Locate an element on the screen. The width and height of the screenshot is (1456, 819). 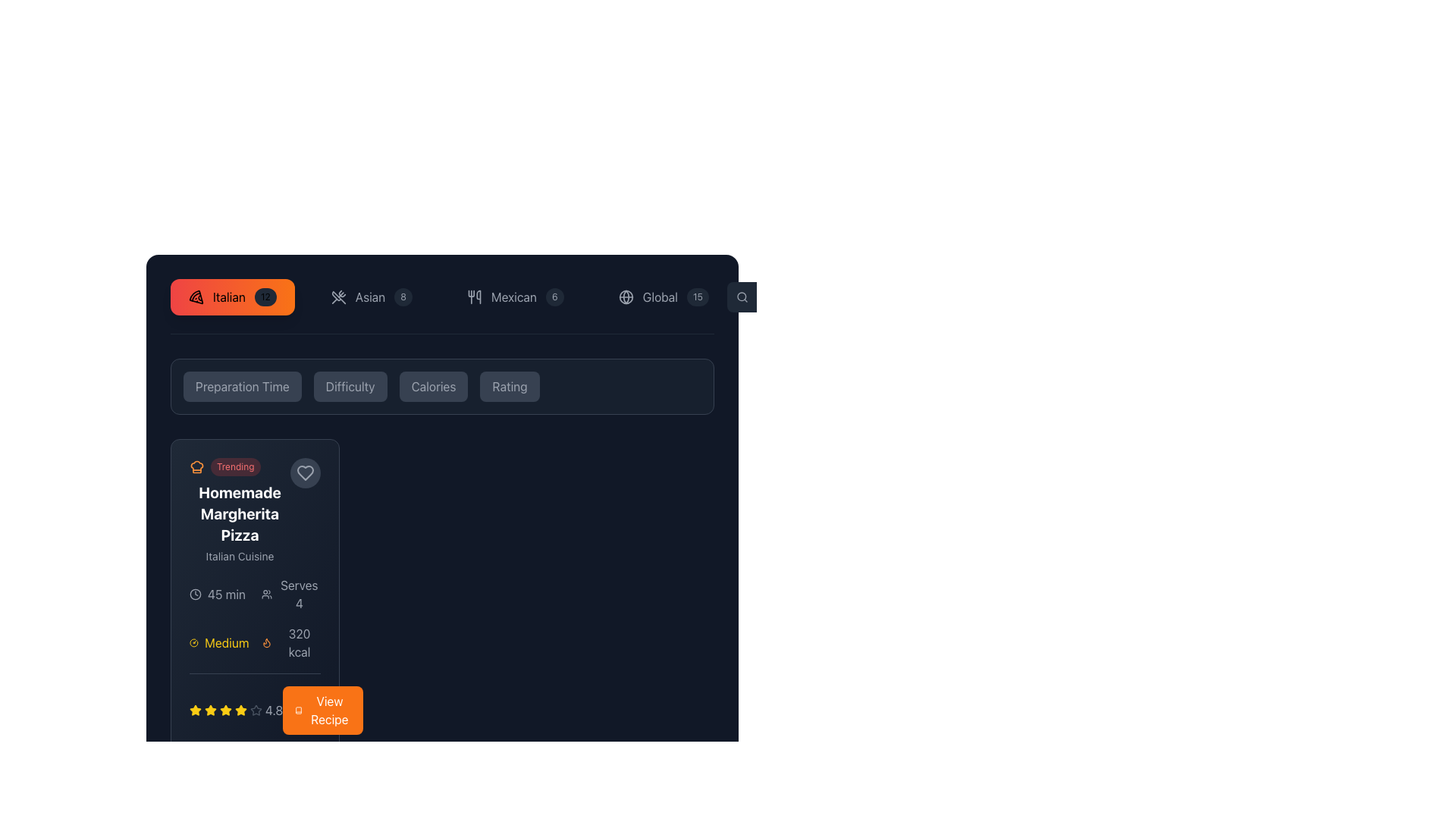
the 'View Recipe' button with a vibrant orange background and white text is located at coordinates (322, 711).